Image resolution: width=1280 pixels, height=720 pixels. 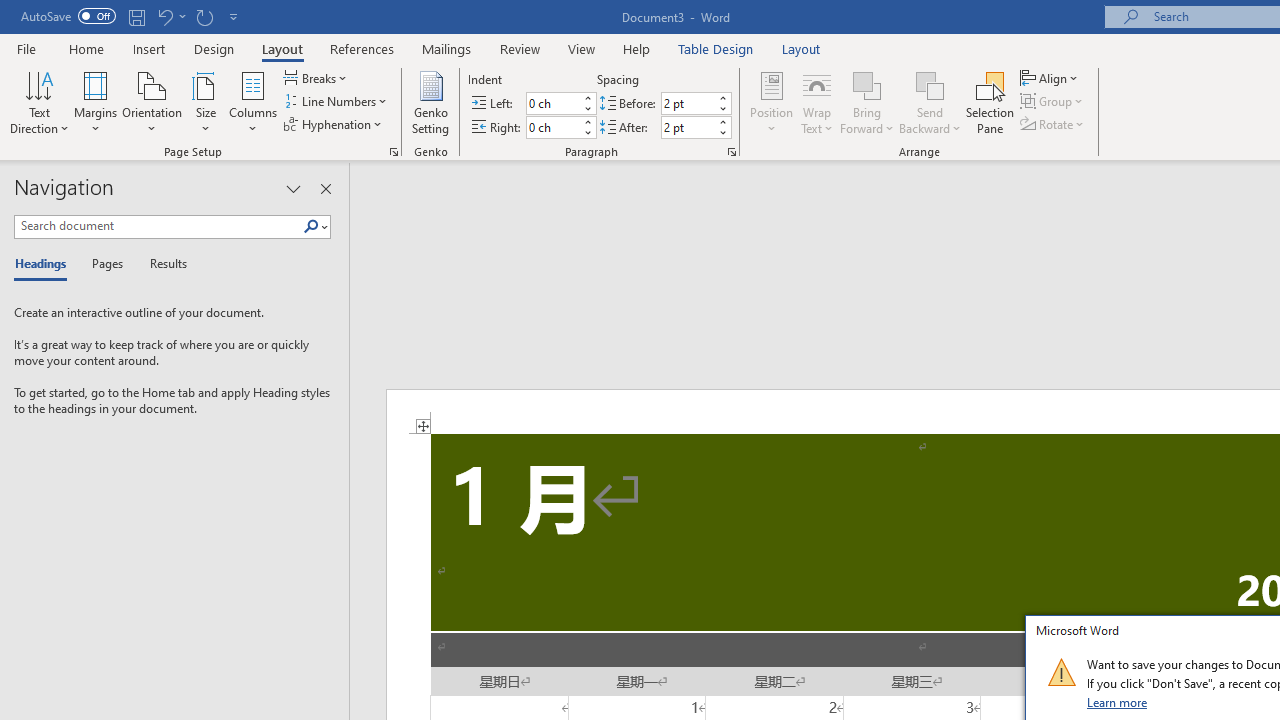 I want to click on 'Bring Forward', so click(x=867, y=103).